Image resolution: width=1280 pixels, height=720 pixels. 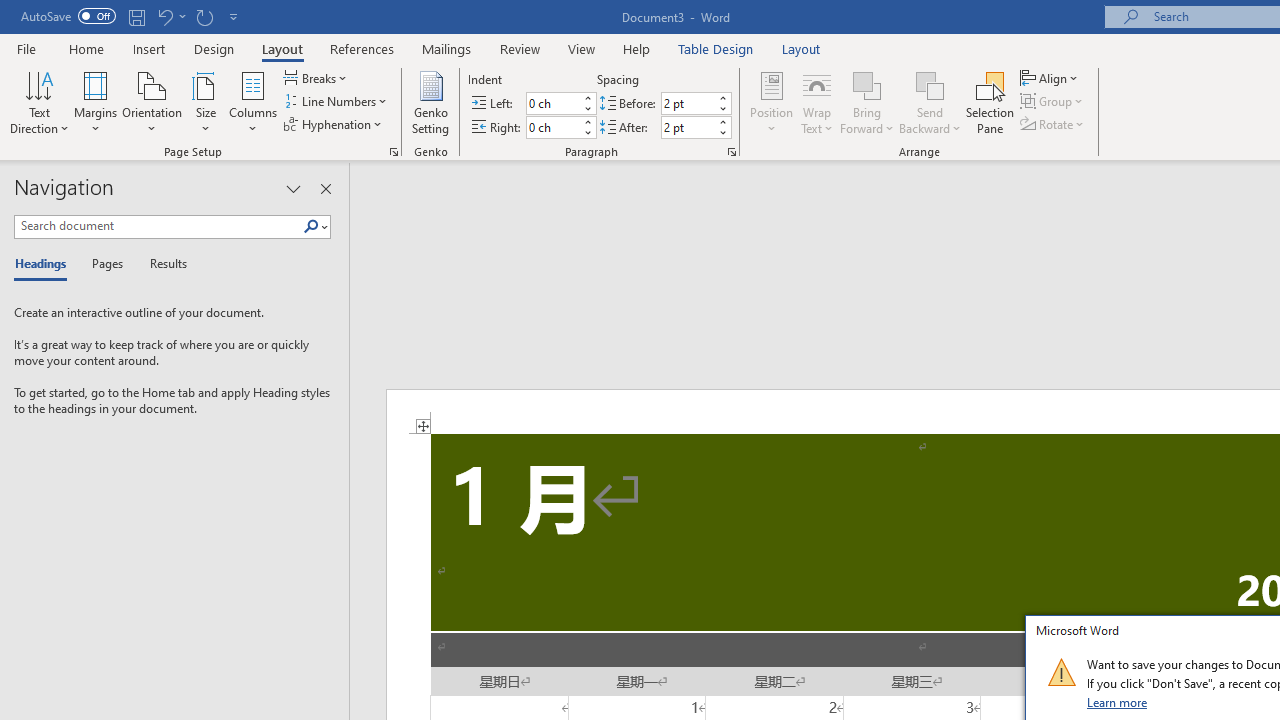 I want to click on 'Bring Forward', so click(x=867, y=103).